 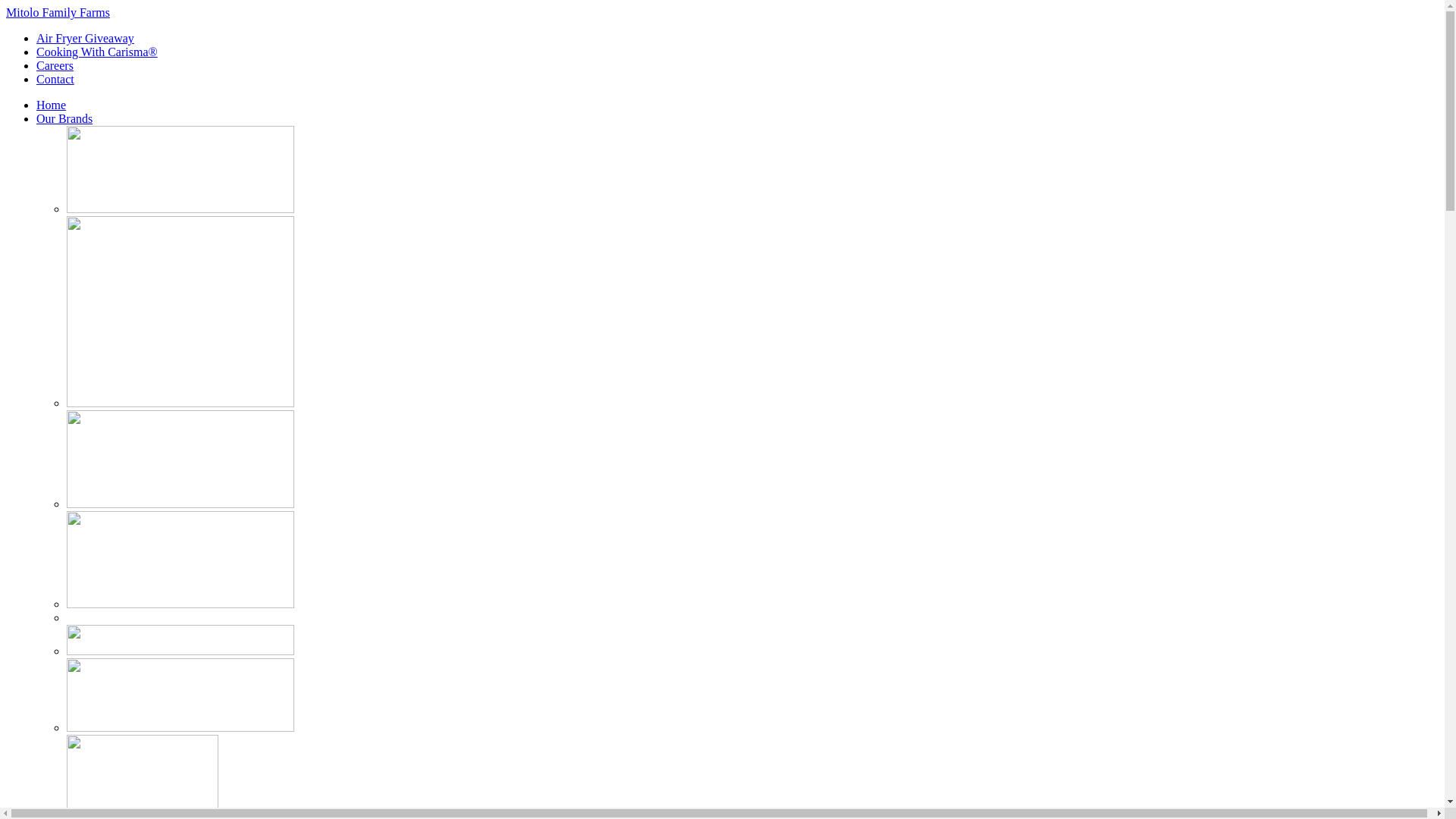 I want to click on 'Mitolo Family Farms', so click(x=6, y=12).